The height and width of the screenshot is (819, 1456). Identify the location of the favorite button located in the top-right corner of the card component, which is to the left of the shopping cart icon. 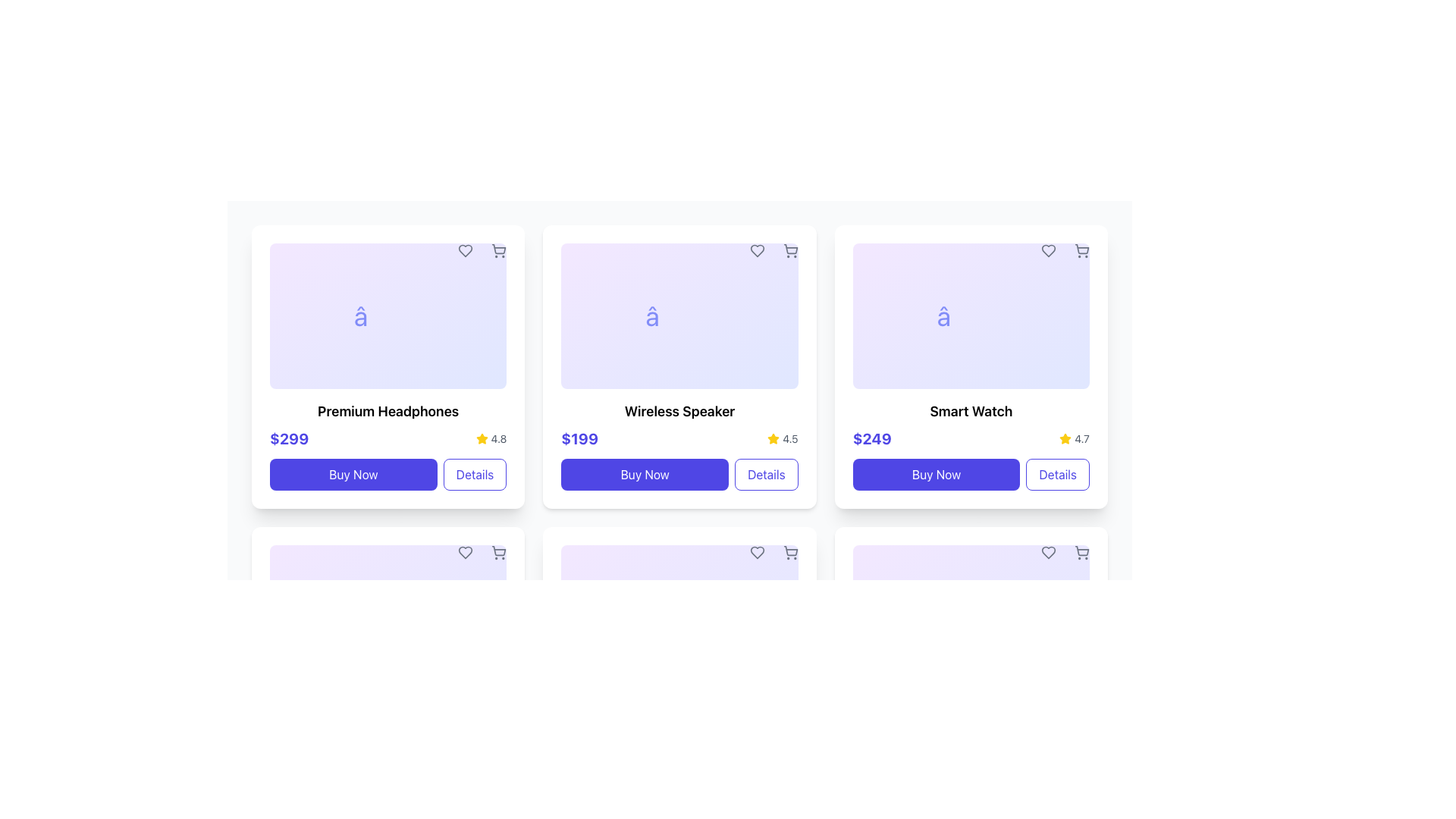
(465, 553).